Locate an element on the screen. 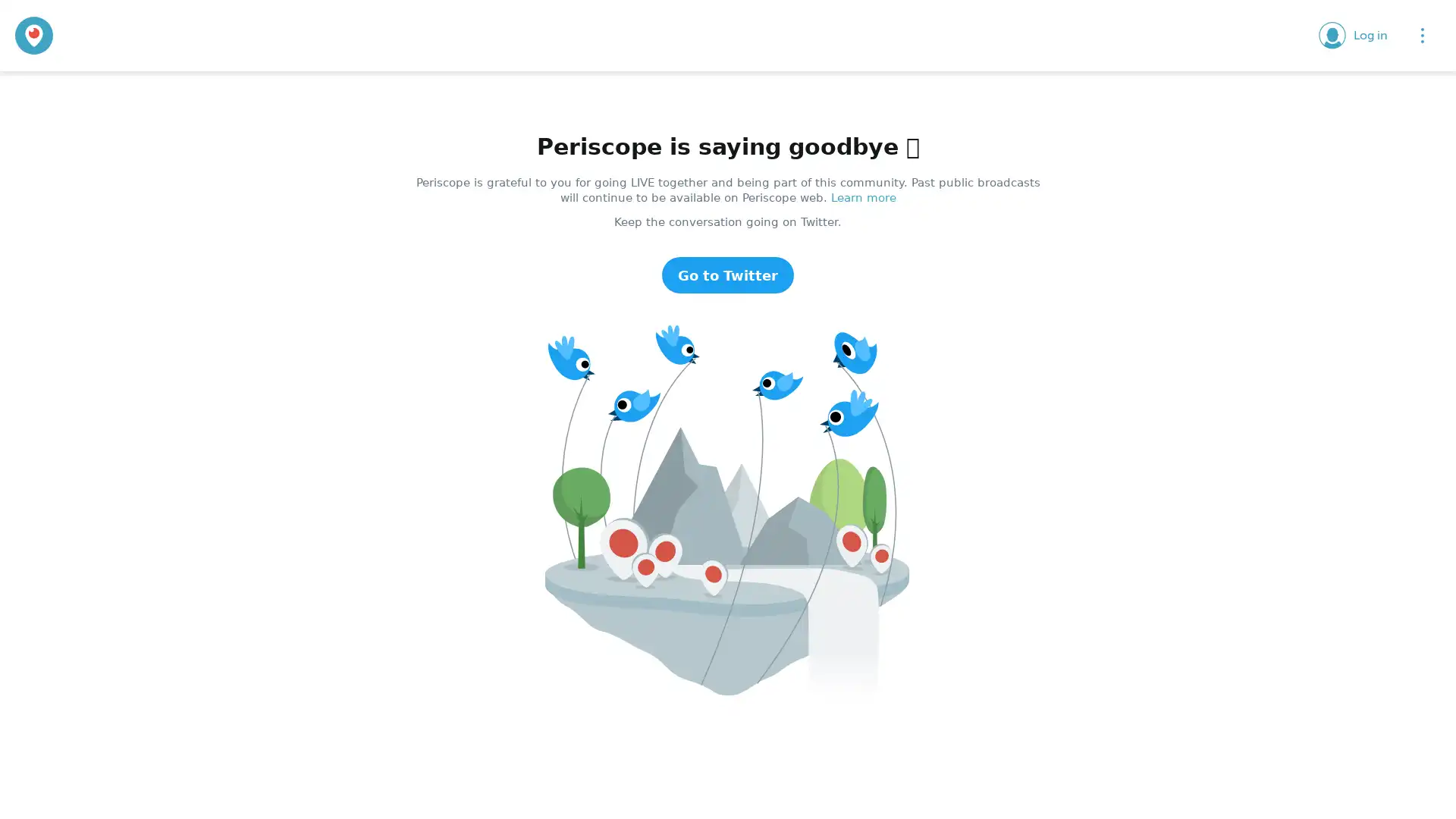  Go to Twitter is located at coordinates (728, 275).